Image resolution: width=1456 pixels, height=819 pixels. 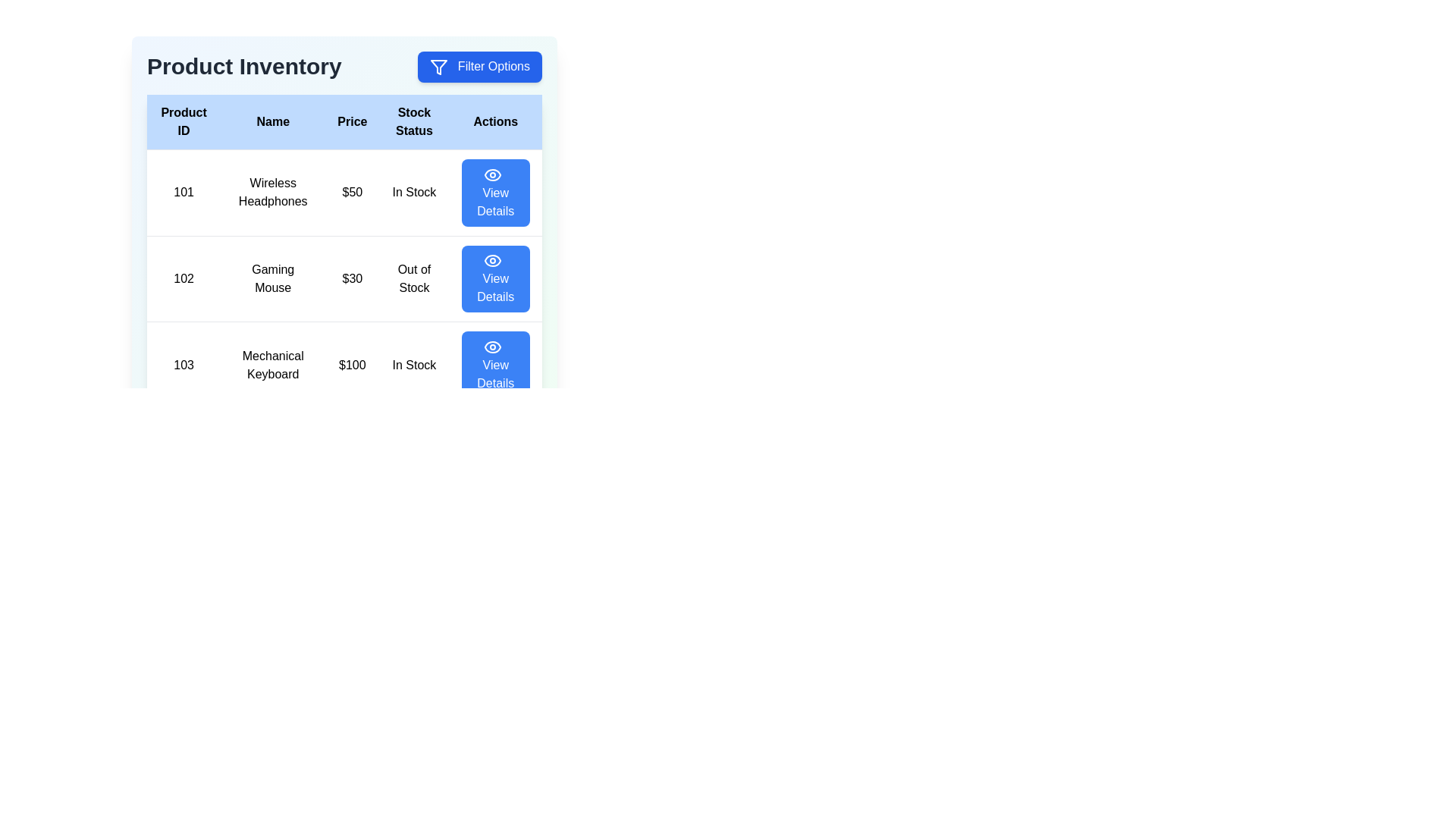 What do you see at coordinates (495, 365) in the screenshot?
I see `the 'View Details' button for the product with ID 103` at bounding box center [495, 365].